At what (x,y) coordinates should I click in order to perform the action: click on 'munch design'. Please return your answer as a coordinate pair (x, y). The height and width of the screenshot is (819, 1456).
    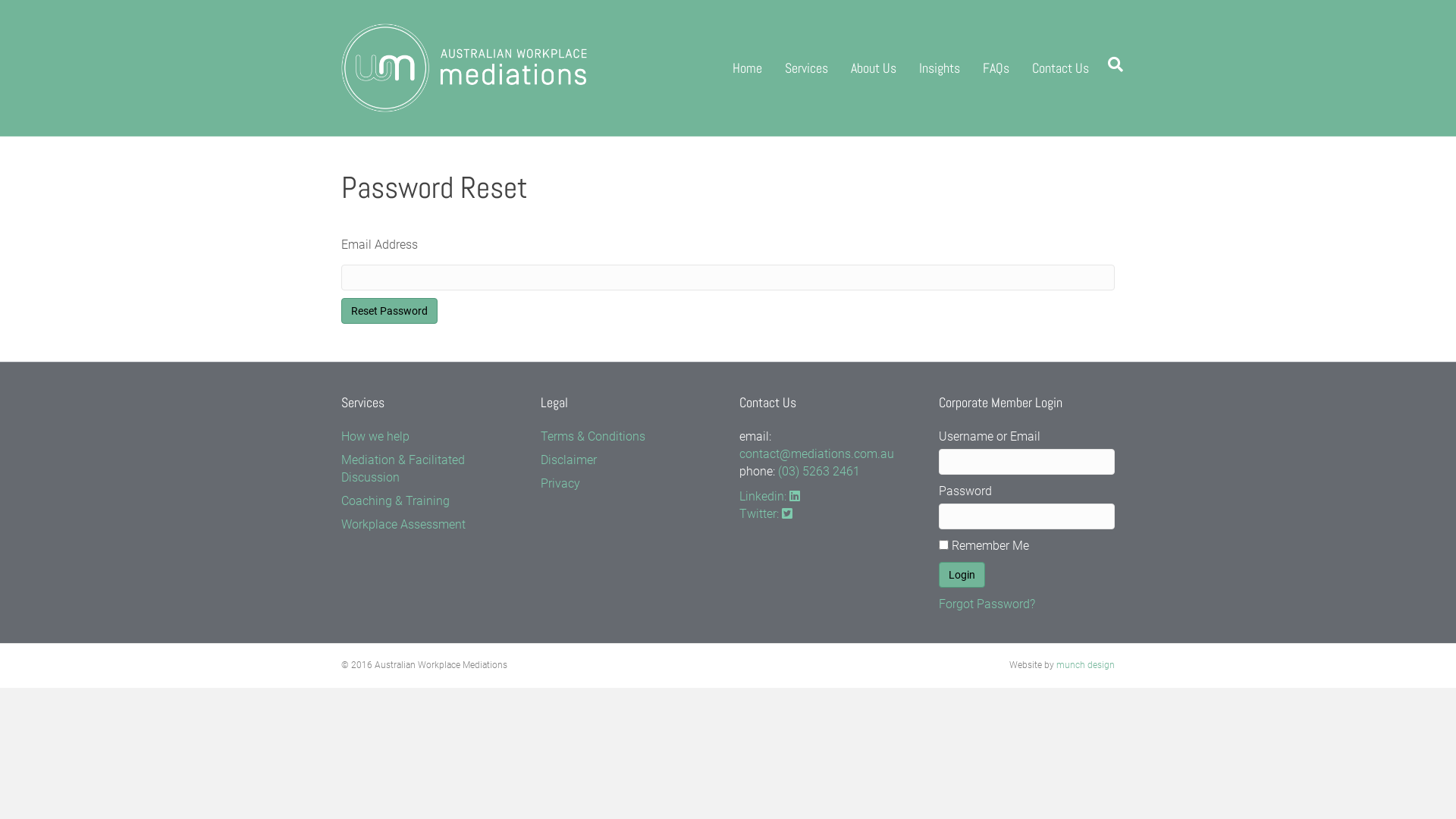
    Looking at the image, I should click on (1084, 664).